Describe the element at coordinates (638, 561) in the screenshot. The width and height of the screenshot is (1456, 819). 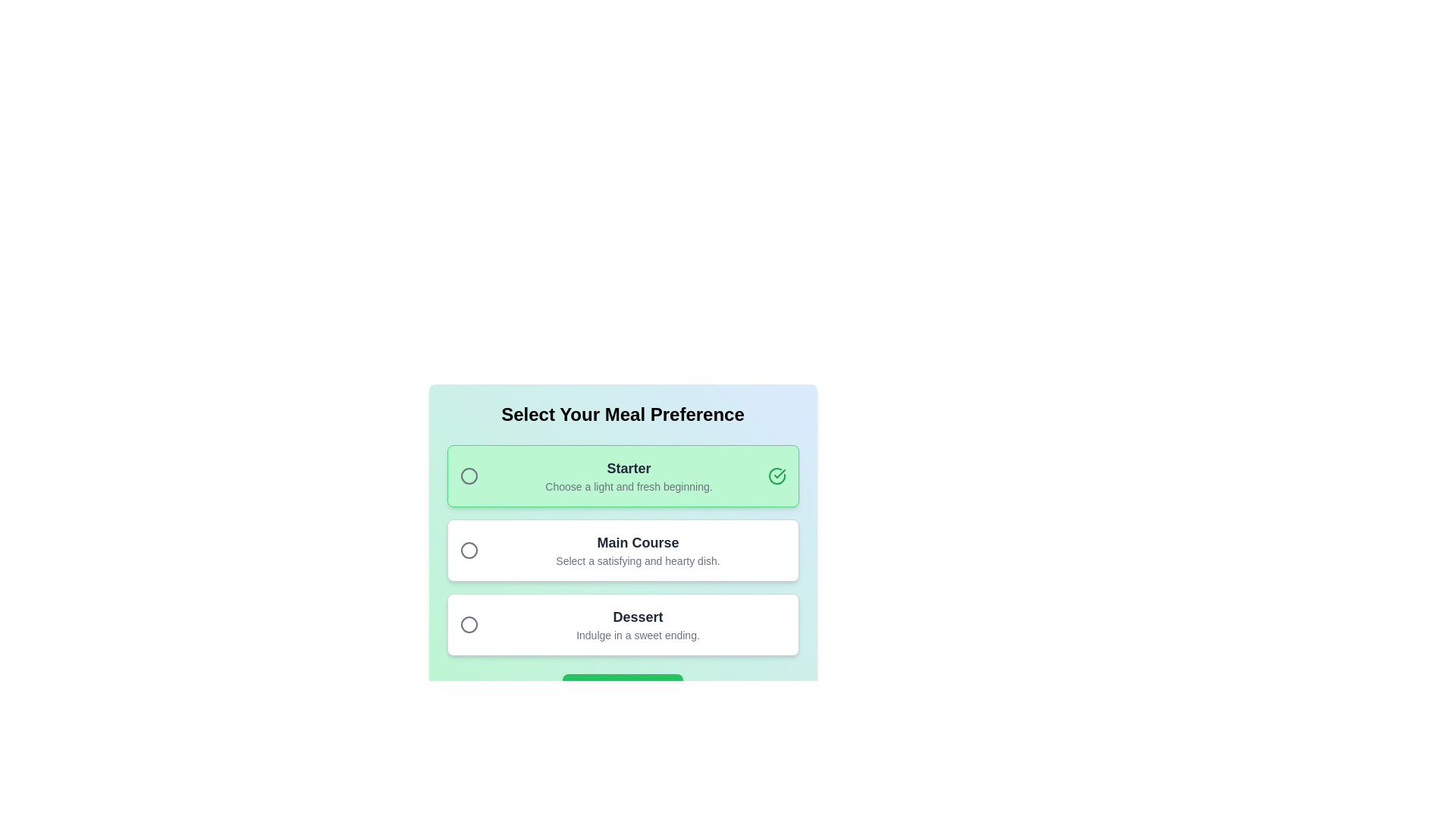
I see `the descriptive text label for the 'Main Course' option in the meal preference selection interface, which is located beneath the 'Main Course' heading` at that location.